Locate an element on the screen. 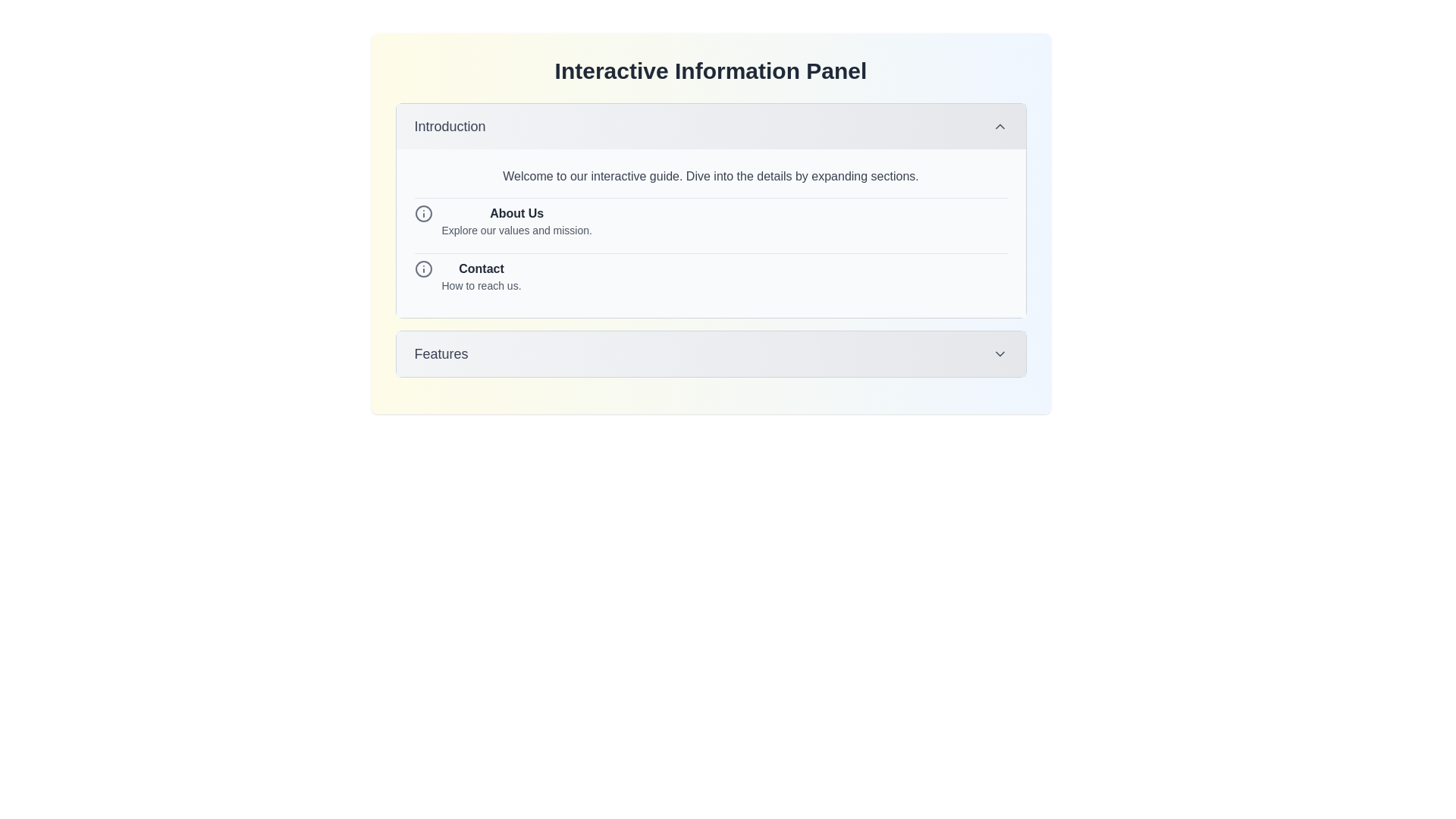 This screenshot has height=819, width=1456. the section header for contacting the organization is located at coordinates (710, 276).